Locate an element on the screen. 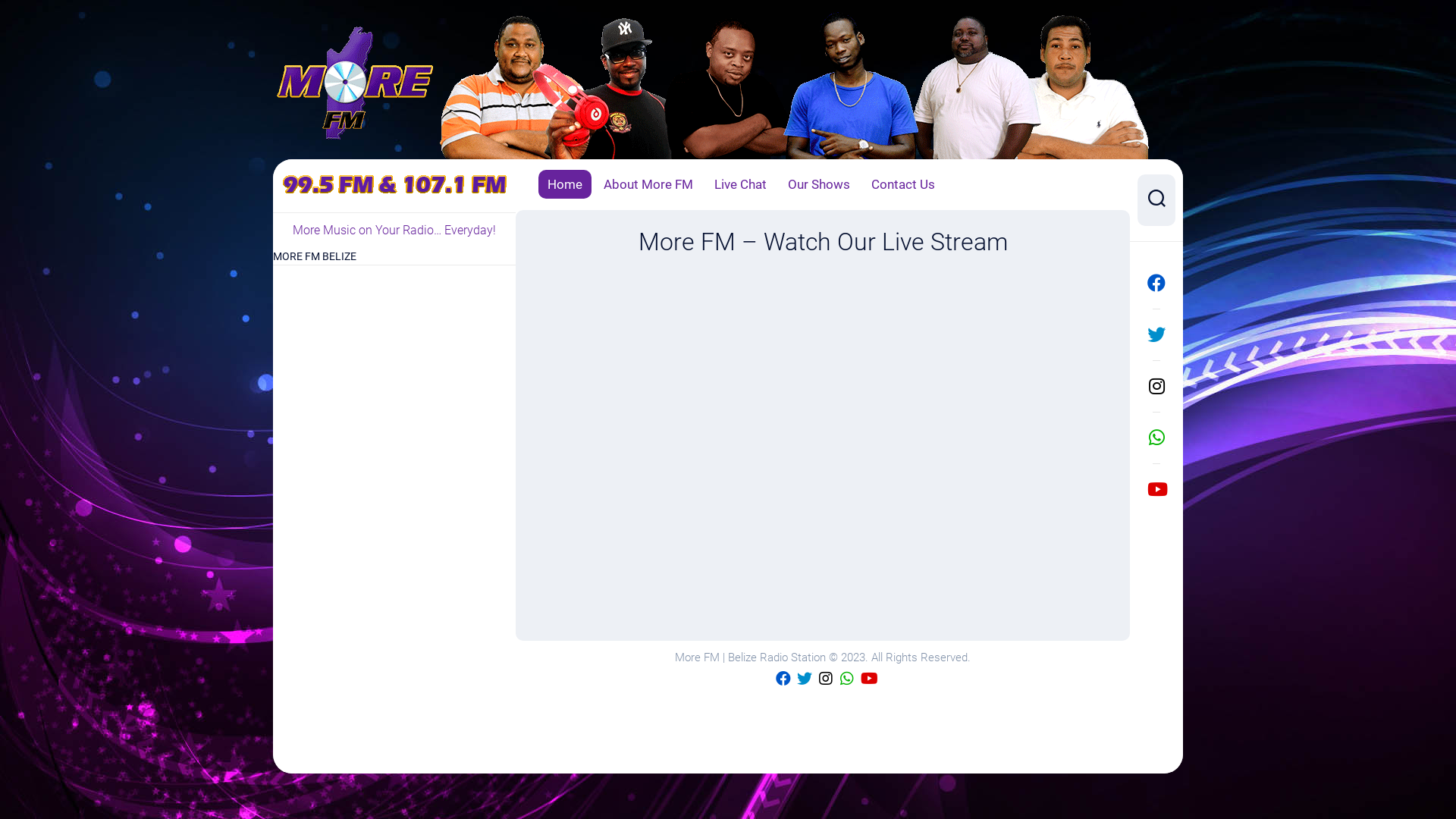  'About More FM' is located at coordinates (648, 184).